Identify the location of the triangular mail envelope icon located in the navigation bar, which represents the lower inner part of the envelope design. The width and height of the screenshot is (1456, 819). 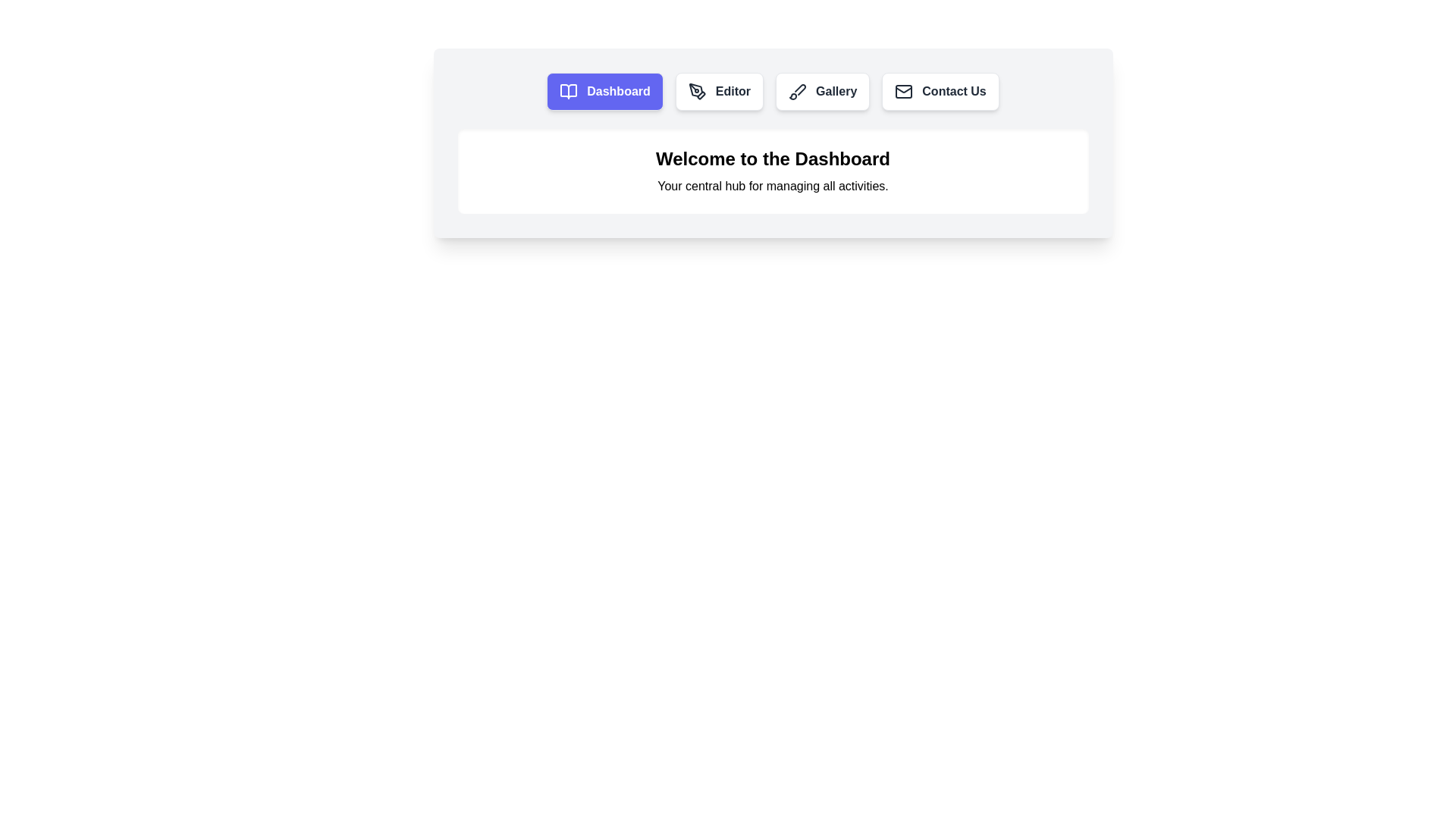
(904, 90).